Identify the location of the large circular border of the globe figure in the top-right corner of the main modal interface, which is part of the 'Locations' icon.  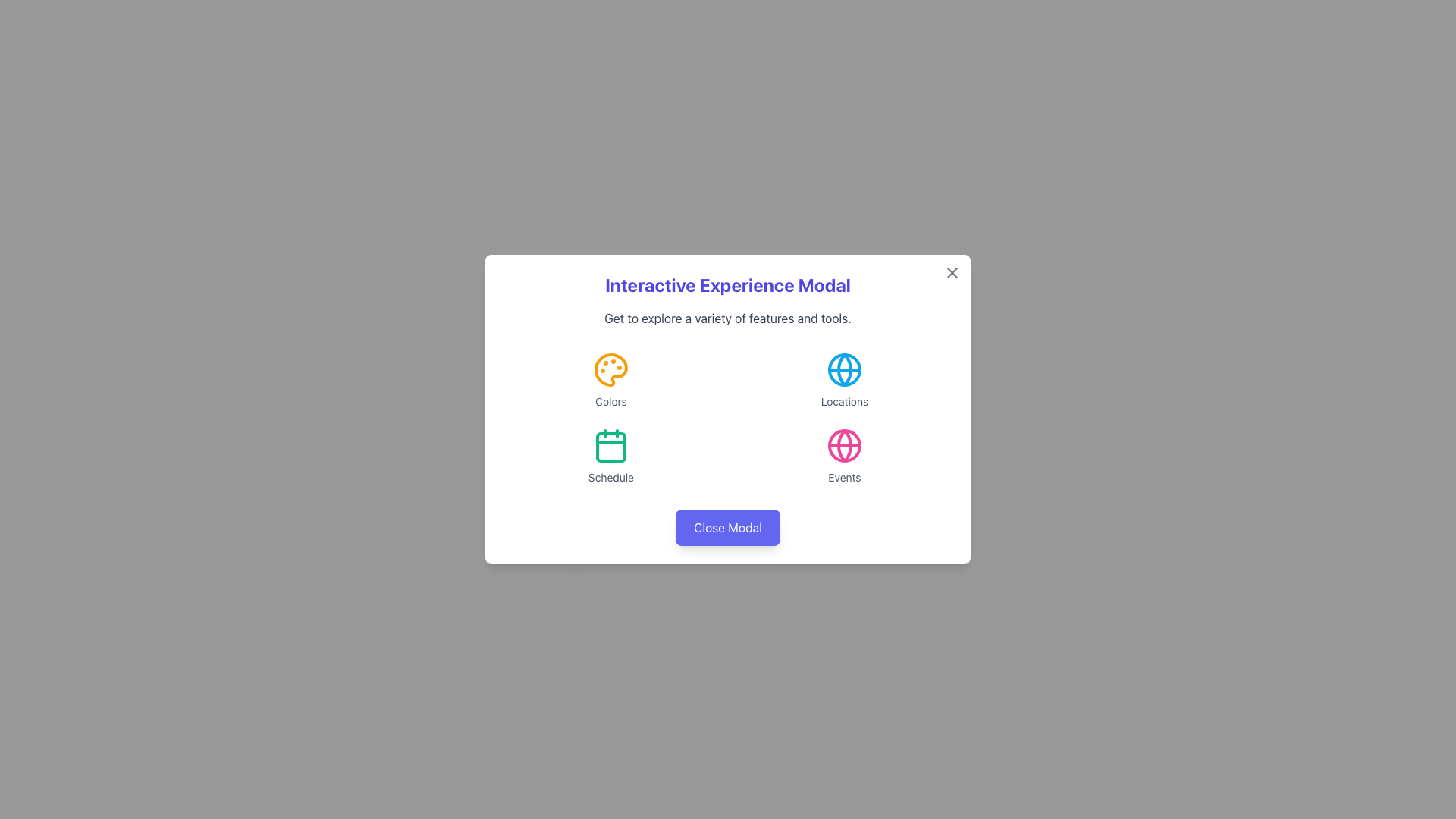
(843, 370).